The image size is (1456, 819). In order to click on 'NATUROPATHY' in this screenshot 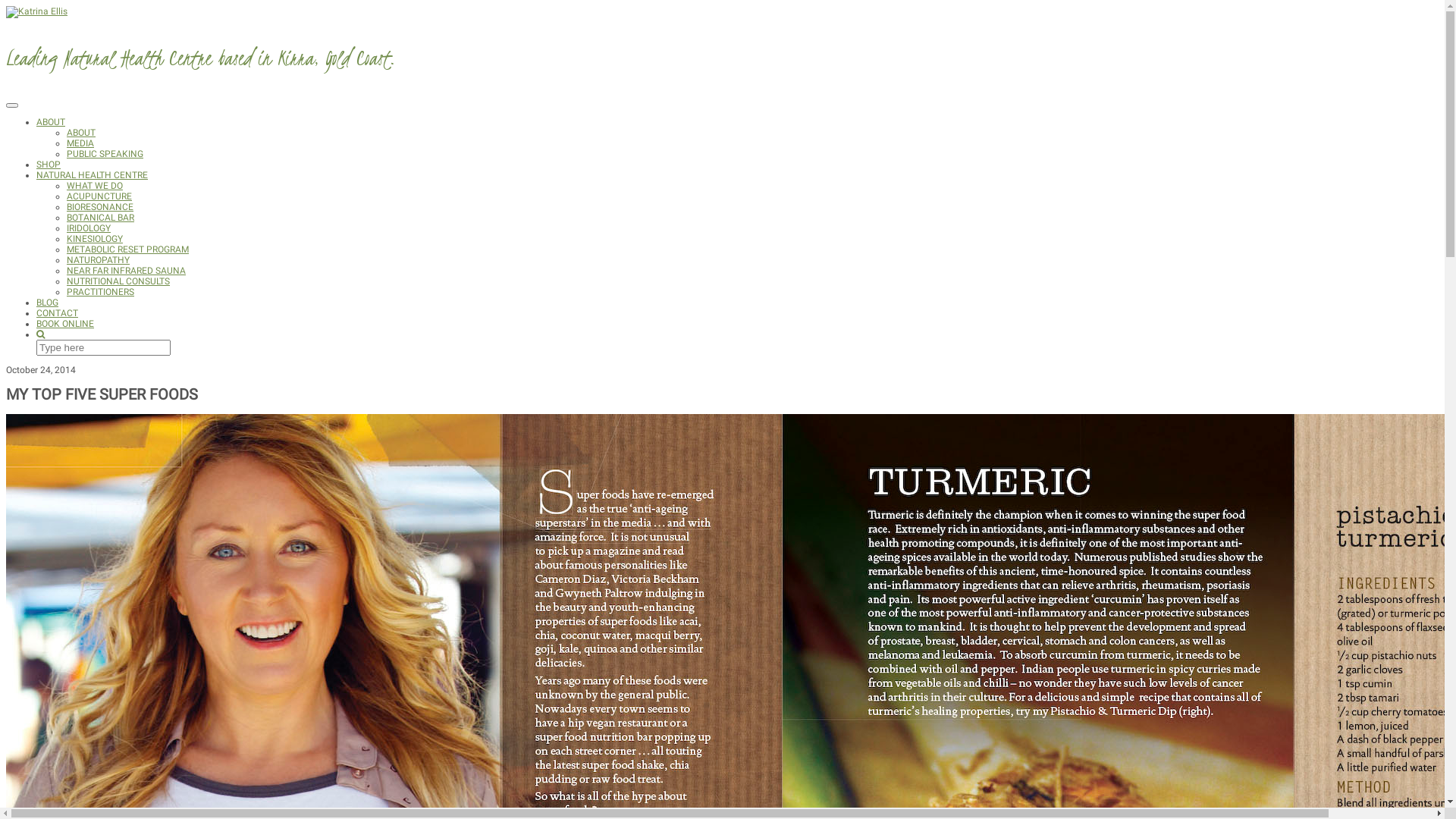, I will do `click(97, 259)`.